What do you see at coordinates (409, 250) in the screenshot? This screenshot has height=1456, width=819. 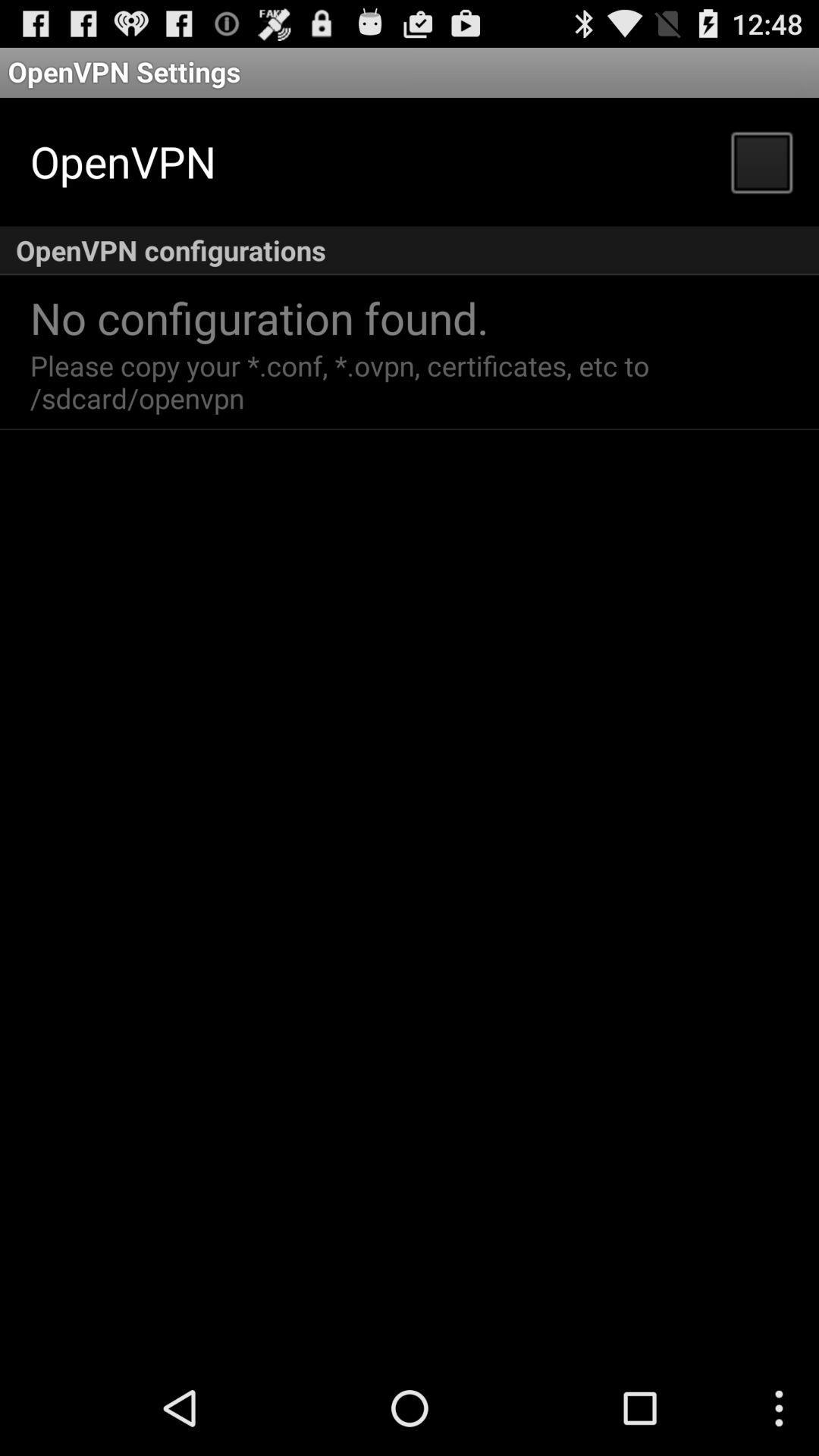 I see `the app above no configuration found. app` at bounding box center [409, 250].